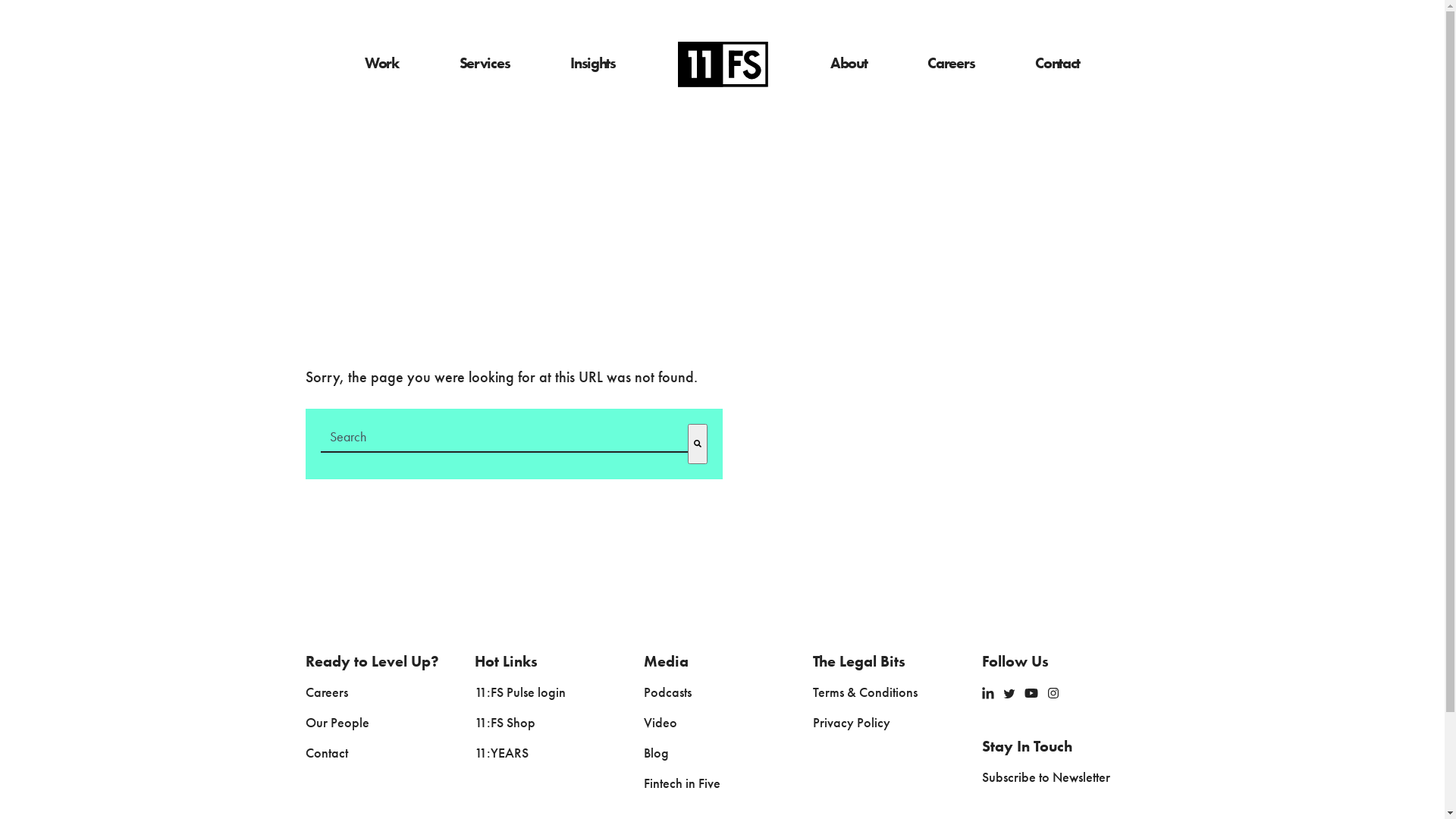 Image resolution: width=1456 pixels, height=819 pixels. What do you see at coordinates (1009, 693) in the screenshot?
I see `'Twitter'` at bounding box center [1009, 693].